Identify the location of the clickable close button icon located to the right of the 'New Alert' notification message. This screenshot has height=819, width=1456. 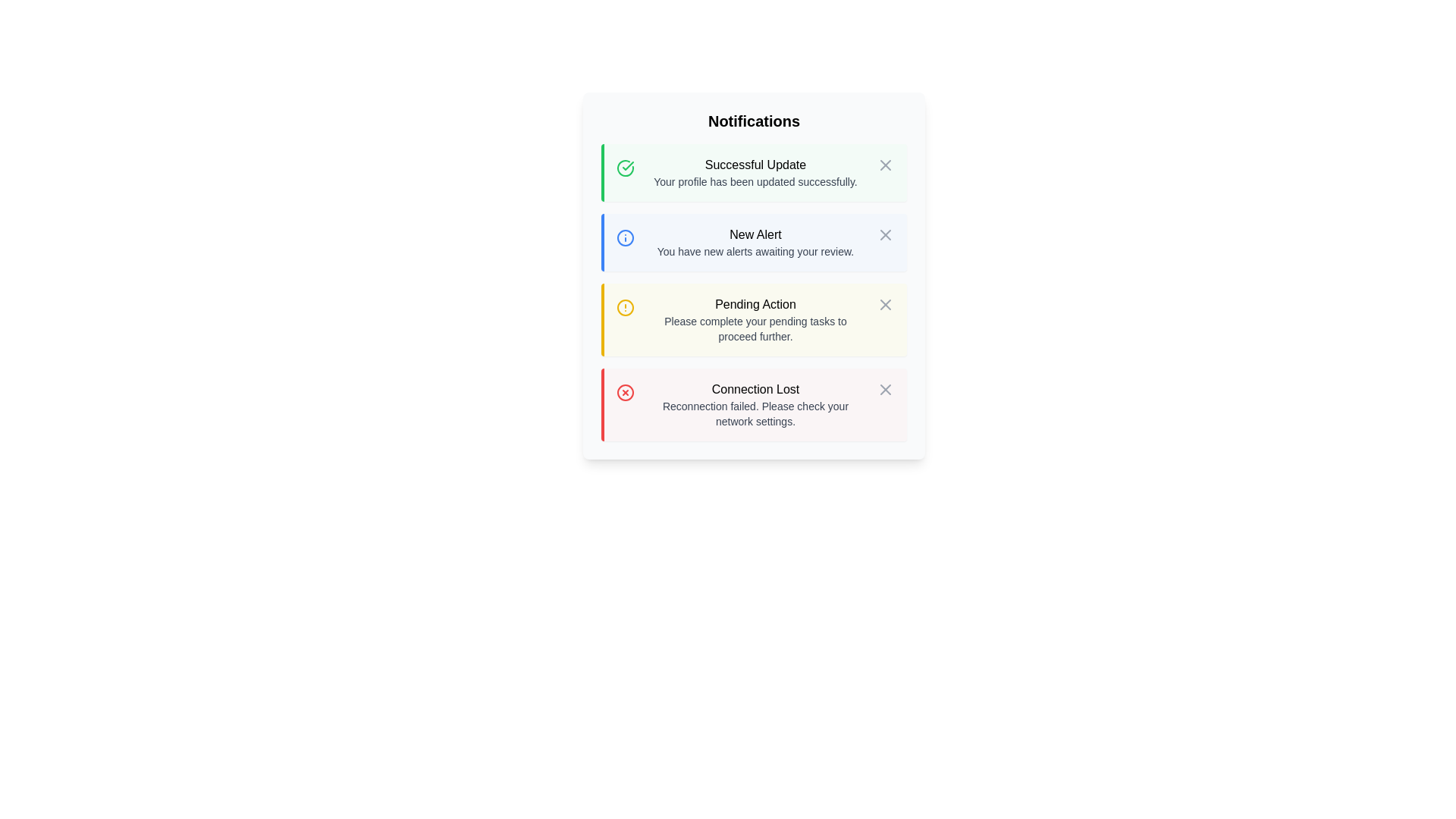
(885, 234).